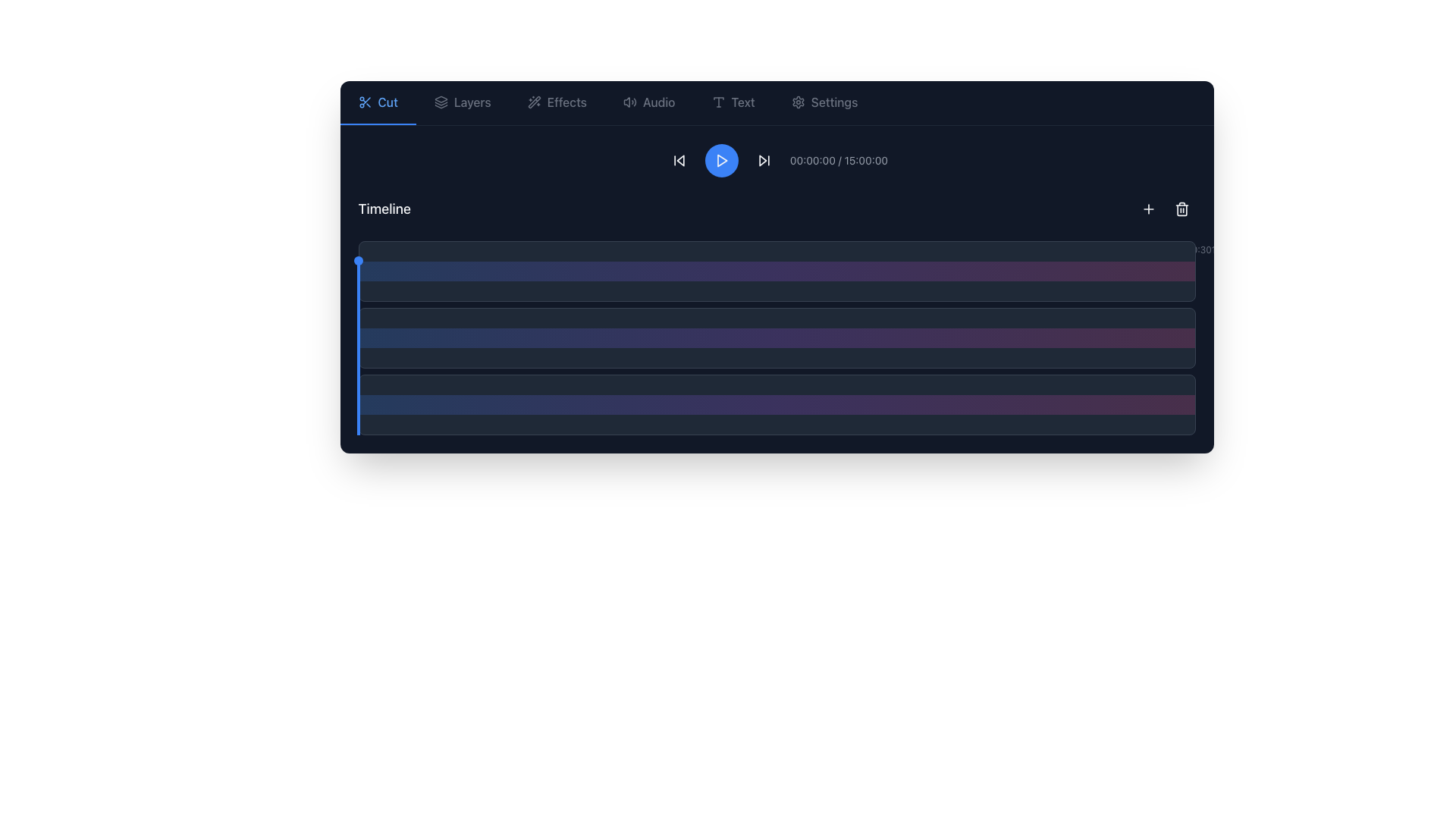 This screenshot has height=819, width=1456. What do you see at coordinates (1148, 209) in the screenshot?
I see `the square-shaped button with a plus icon, located at the top-right corner of the timeline section` at bounding box center [1148, 209].